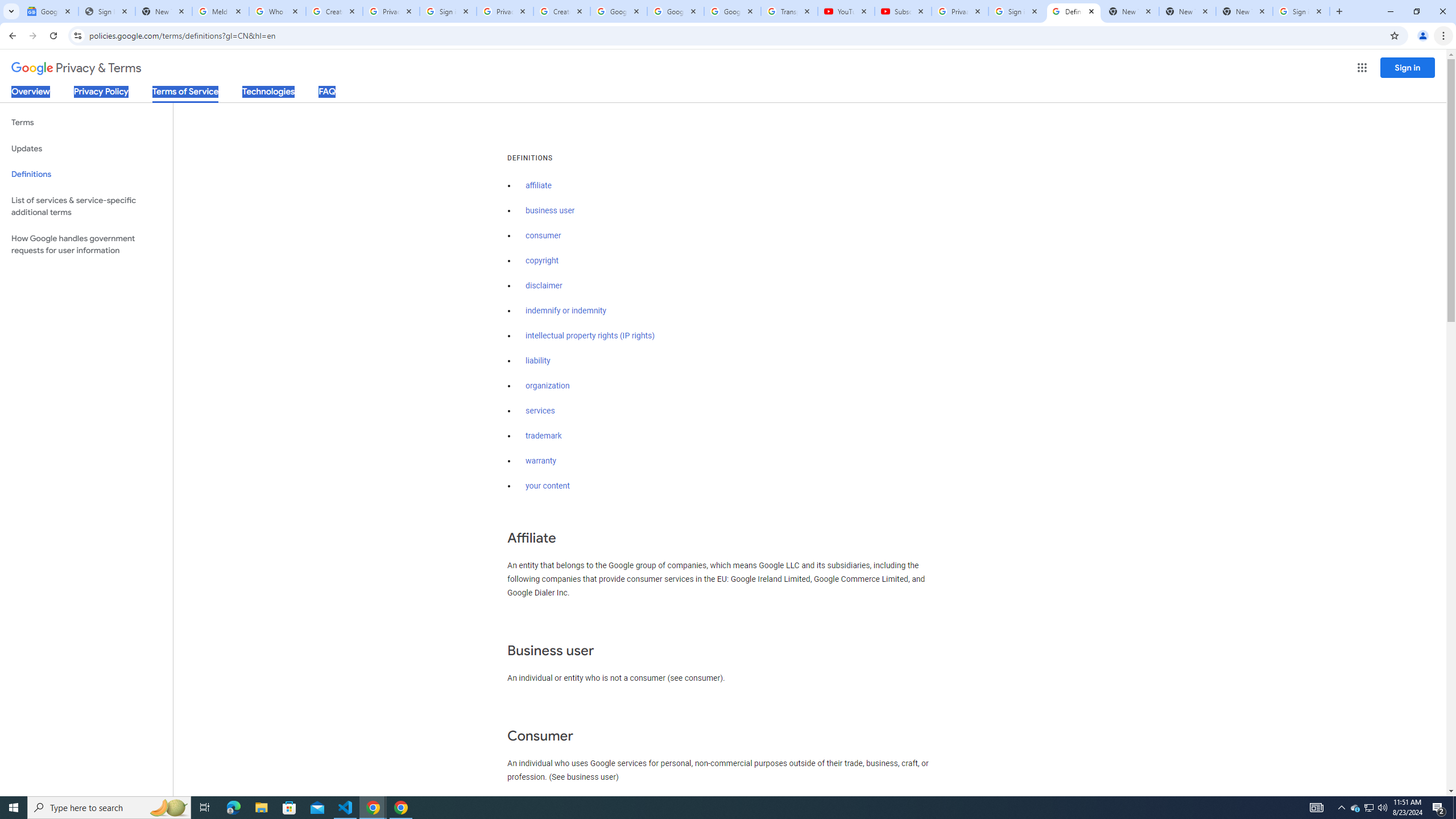 The height and width of the screenshot is (819, 1456). What do you see at coordinates (540, 410) in the screenshot?
I see `'services'` at bounding box center [540, 410].